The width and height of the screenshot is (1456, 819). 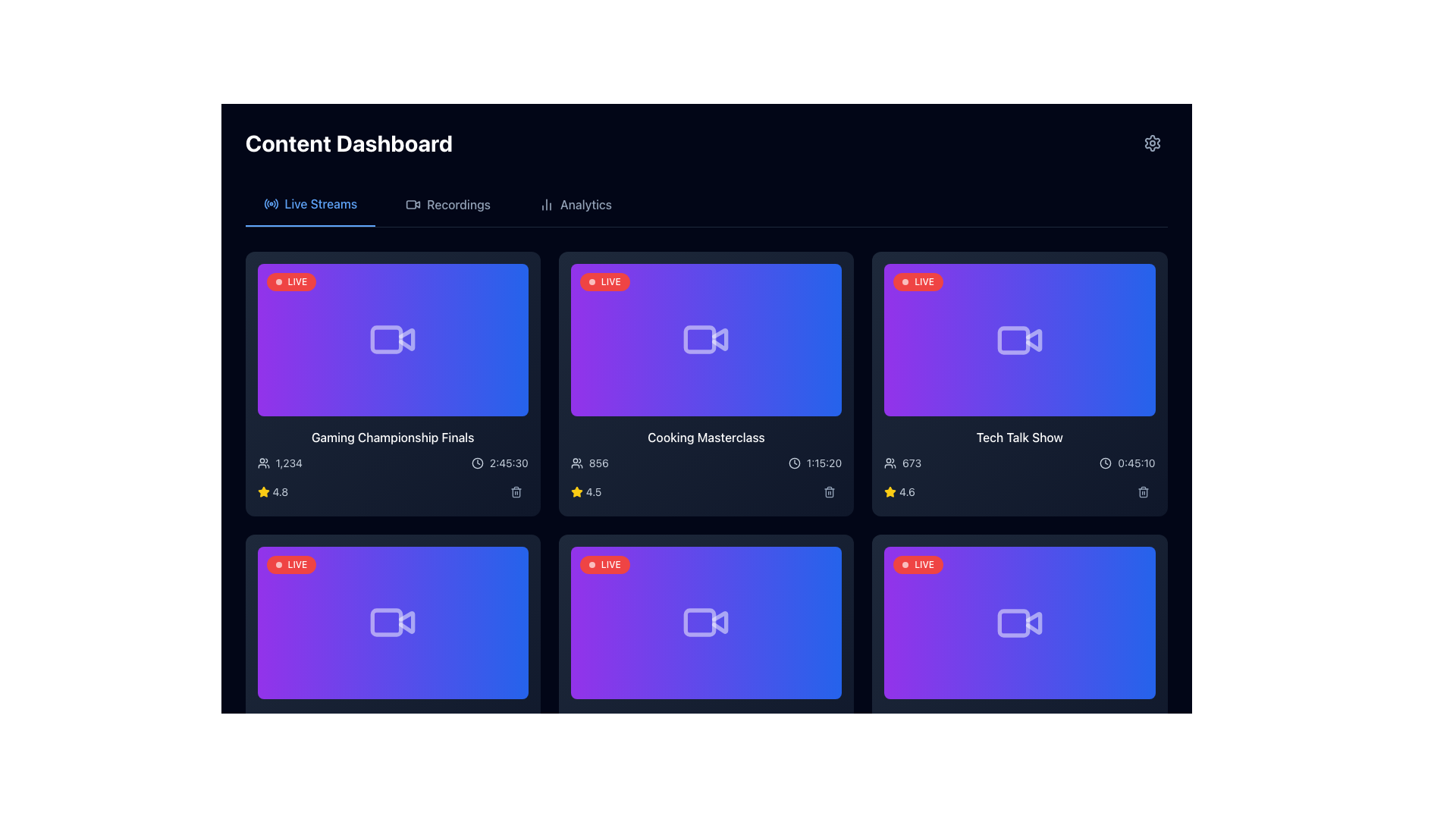 What do you see at coordinates (705, 623) in the screenshot?
I see `the video camera icon with a rounded rectangular body and triangular lens, located in the center of the bottom-middle card of the content dashboard, which has a 'LIVE' label in the top-left corner` at bounding box center [705, 623].